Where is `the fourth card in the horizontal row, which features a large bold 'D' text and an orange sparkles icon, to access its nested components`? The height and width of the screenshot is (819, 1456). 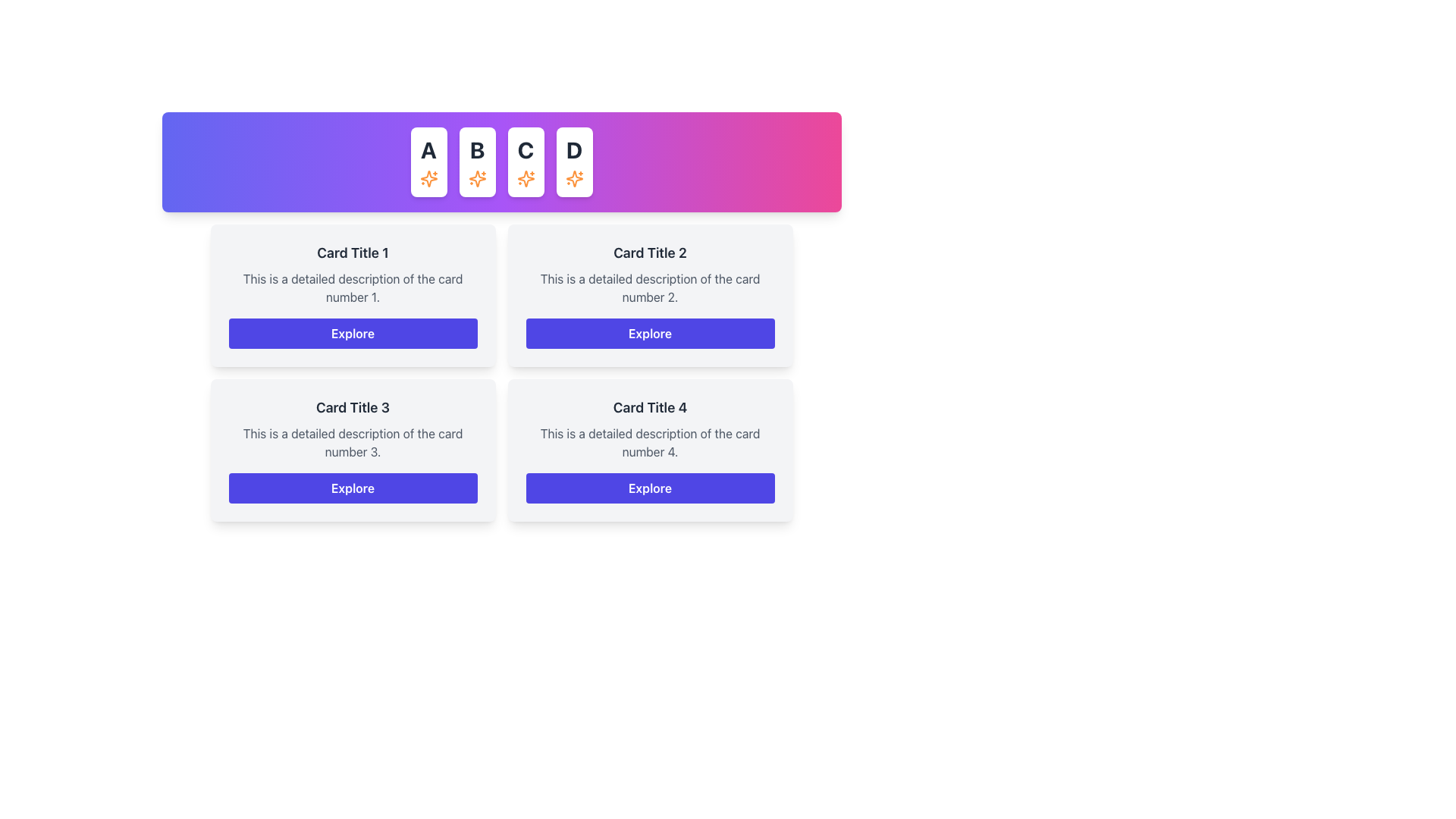 the fourth card in the horizontal row, which features a large bold 'D' text and an orange sparkles icon, to access its nested components is located at coordinates (573, 162).